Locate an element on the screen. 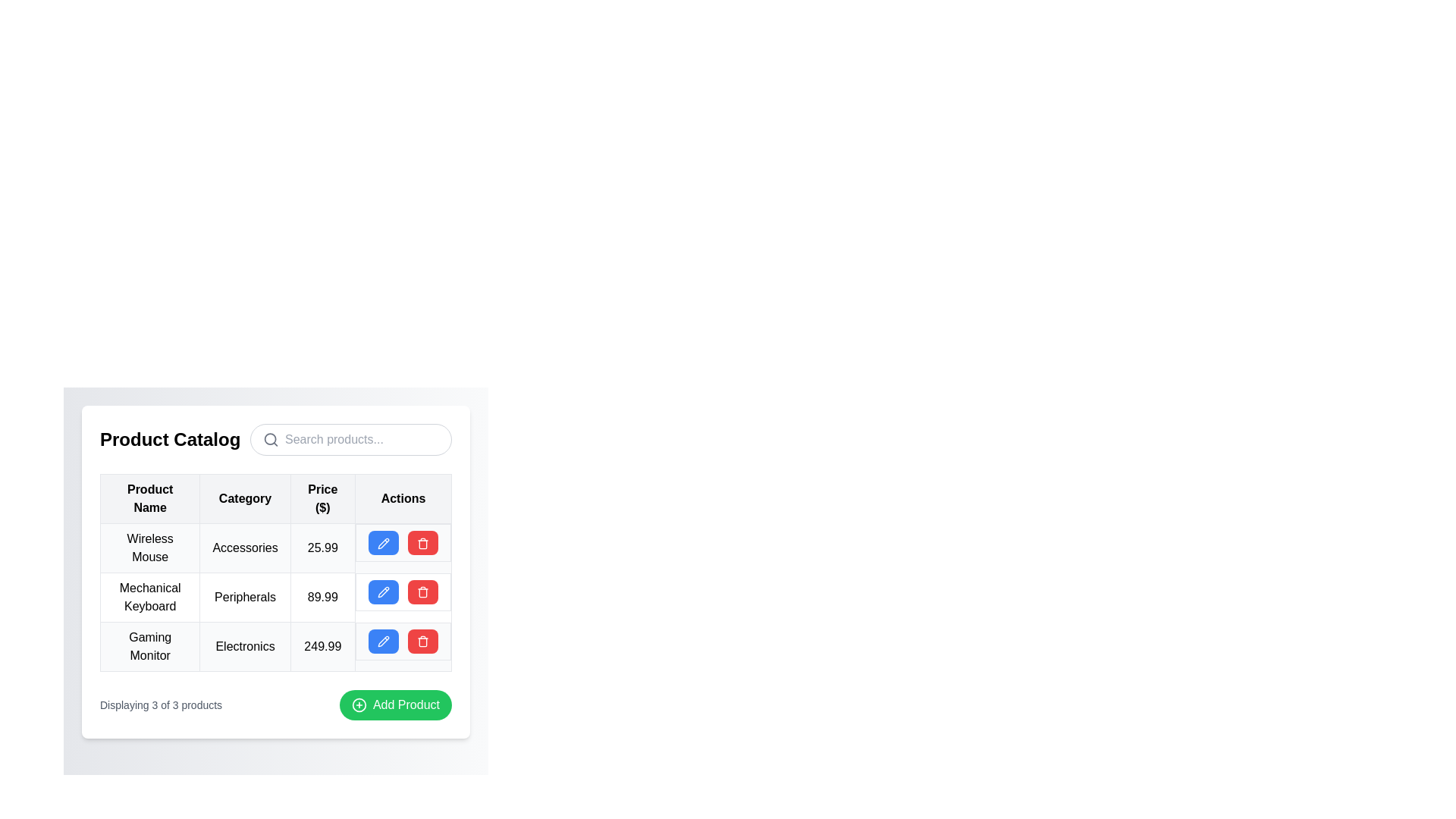 Image resolution: width=1456 pixels, height=819 pixels. displayed numerical value '89.99' from the text element in the 'Price ($)' column of the 'Mechanical Keyboard' row in the table is located at coordinates (322, 596).